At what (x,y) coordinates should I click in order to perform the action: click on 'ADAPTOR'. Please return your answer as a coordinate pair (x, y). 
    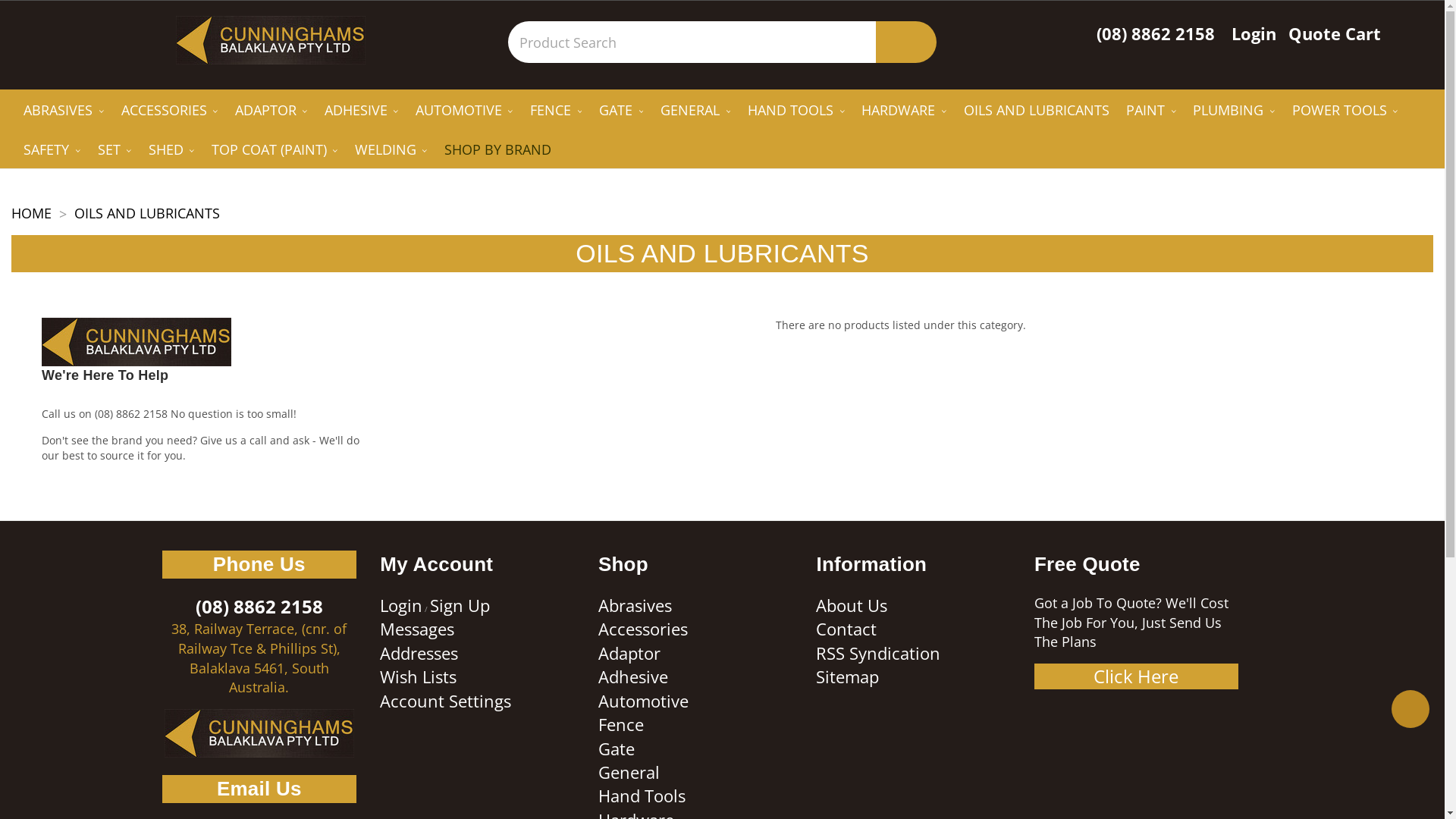
    Looking at the image, I should click on (270, 111).